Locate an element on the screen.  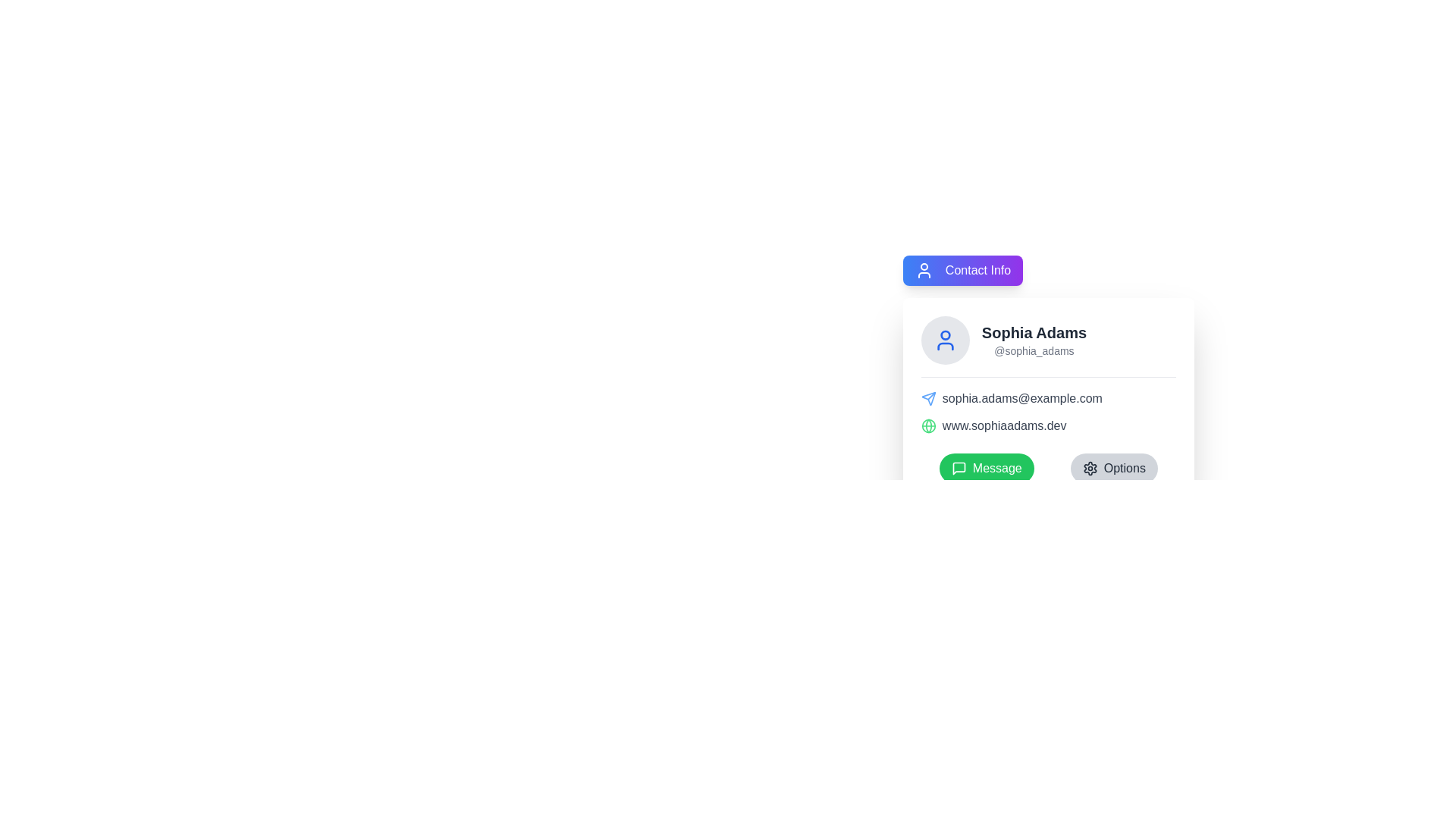
the user profile icon located at the top-left section of the card's profile area, which is visually represented as a circular icon is located at coordinates (944, 339).